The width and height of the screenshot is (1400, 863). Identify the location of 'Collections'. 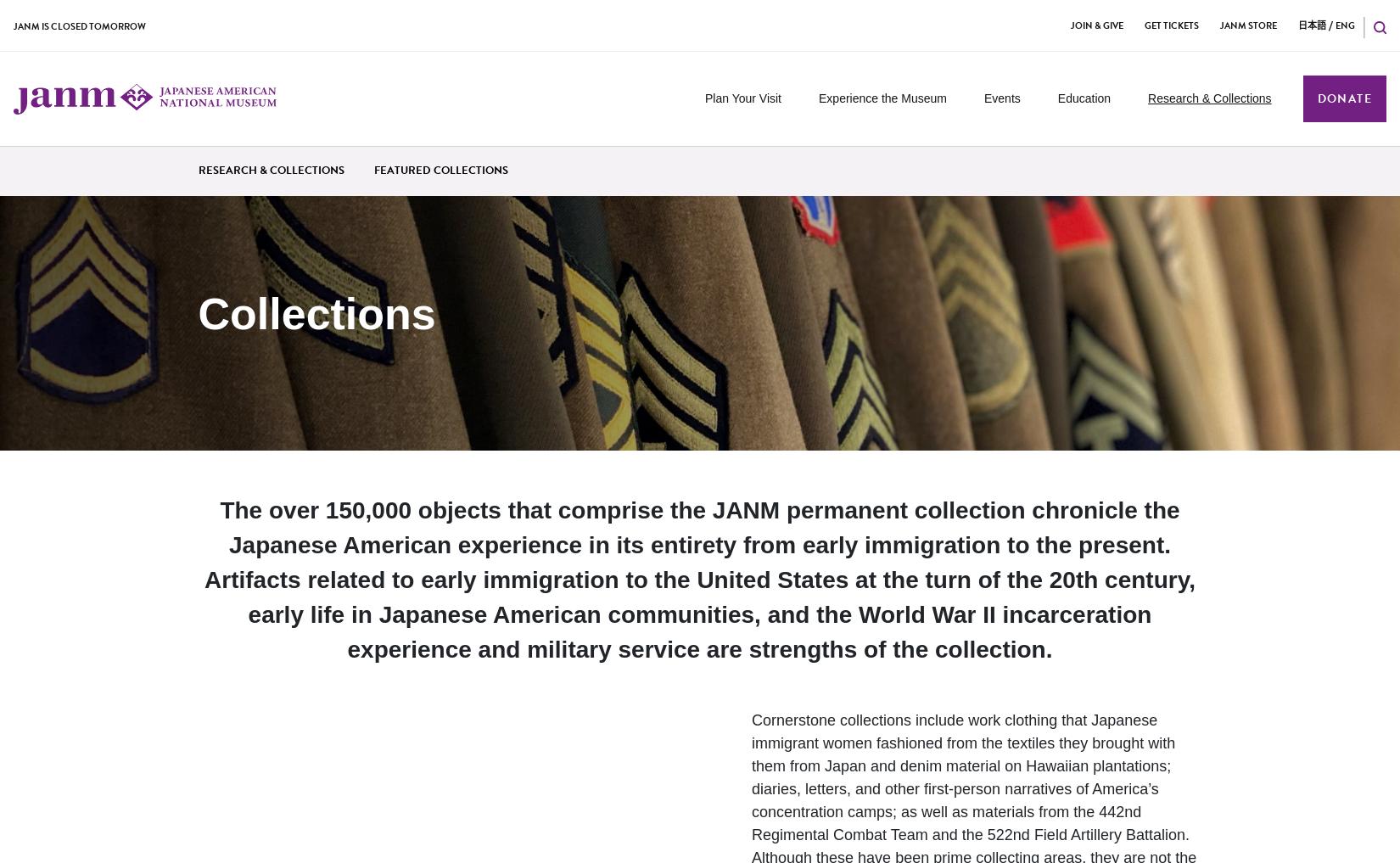
(316, 311).